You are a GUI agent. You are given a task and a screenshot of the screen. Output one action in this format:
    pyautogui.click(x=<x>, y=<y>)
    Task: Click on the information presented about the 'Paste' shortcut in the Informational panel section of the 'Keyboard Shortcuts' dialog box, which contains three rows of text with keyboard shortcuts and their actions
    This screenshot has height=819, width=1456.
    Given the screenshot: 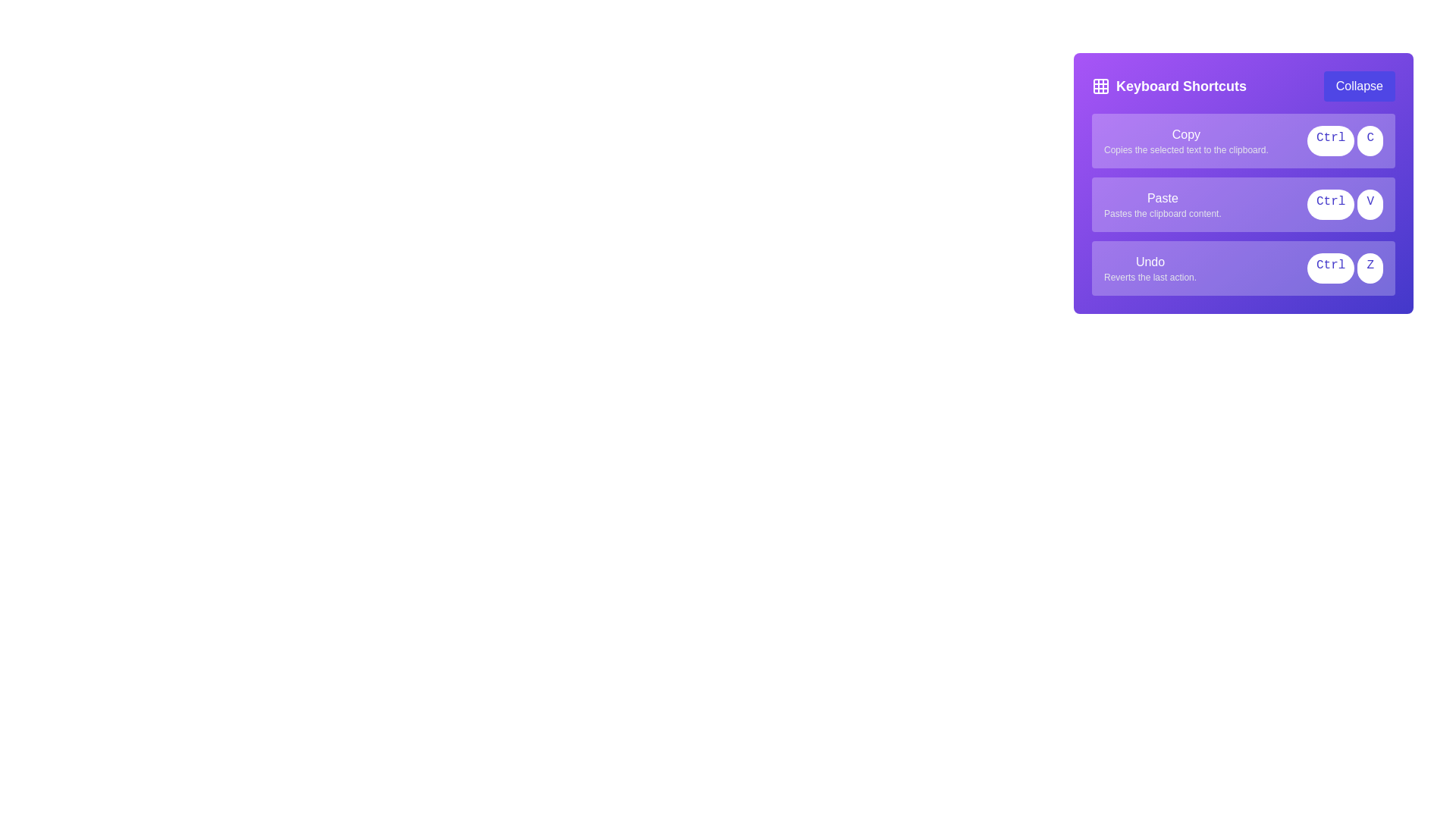 What is the action you would take?
    pyautogui.click(x=1244, y=183)
    